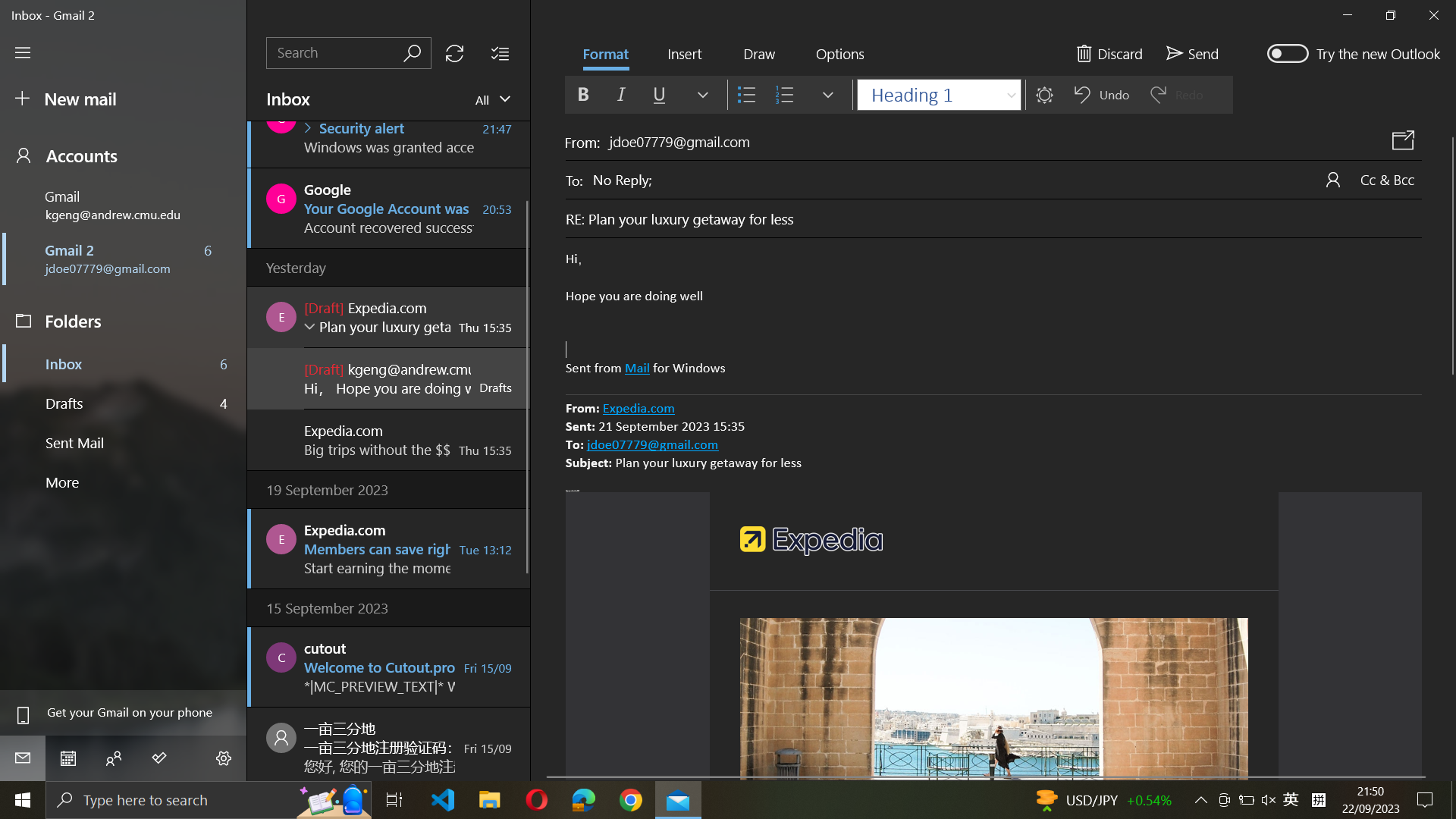 The image size is (1456, 819). What do you see at coordinates (993, 314) in the screenshot?
I see `bold and italic formatting to all the content present in the mail body` at bounding box center [993, 314].